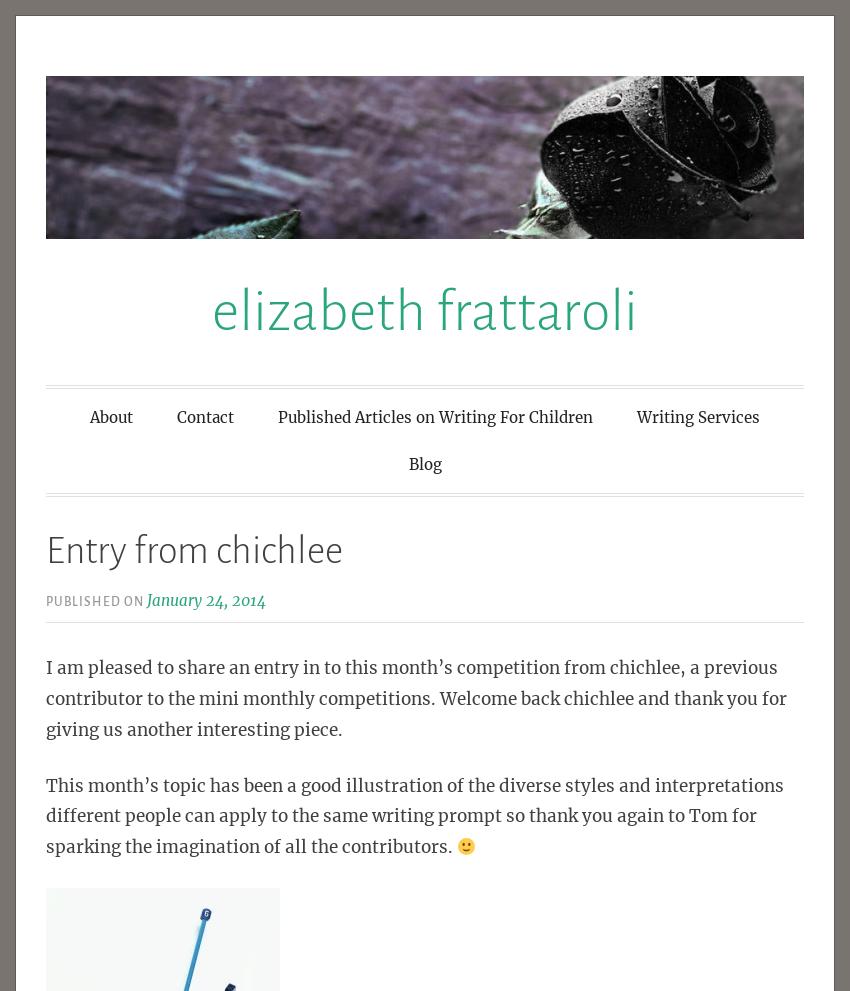  I want to click on 'About', so click(110, 416).